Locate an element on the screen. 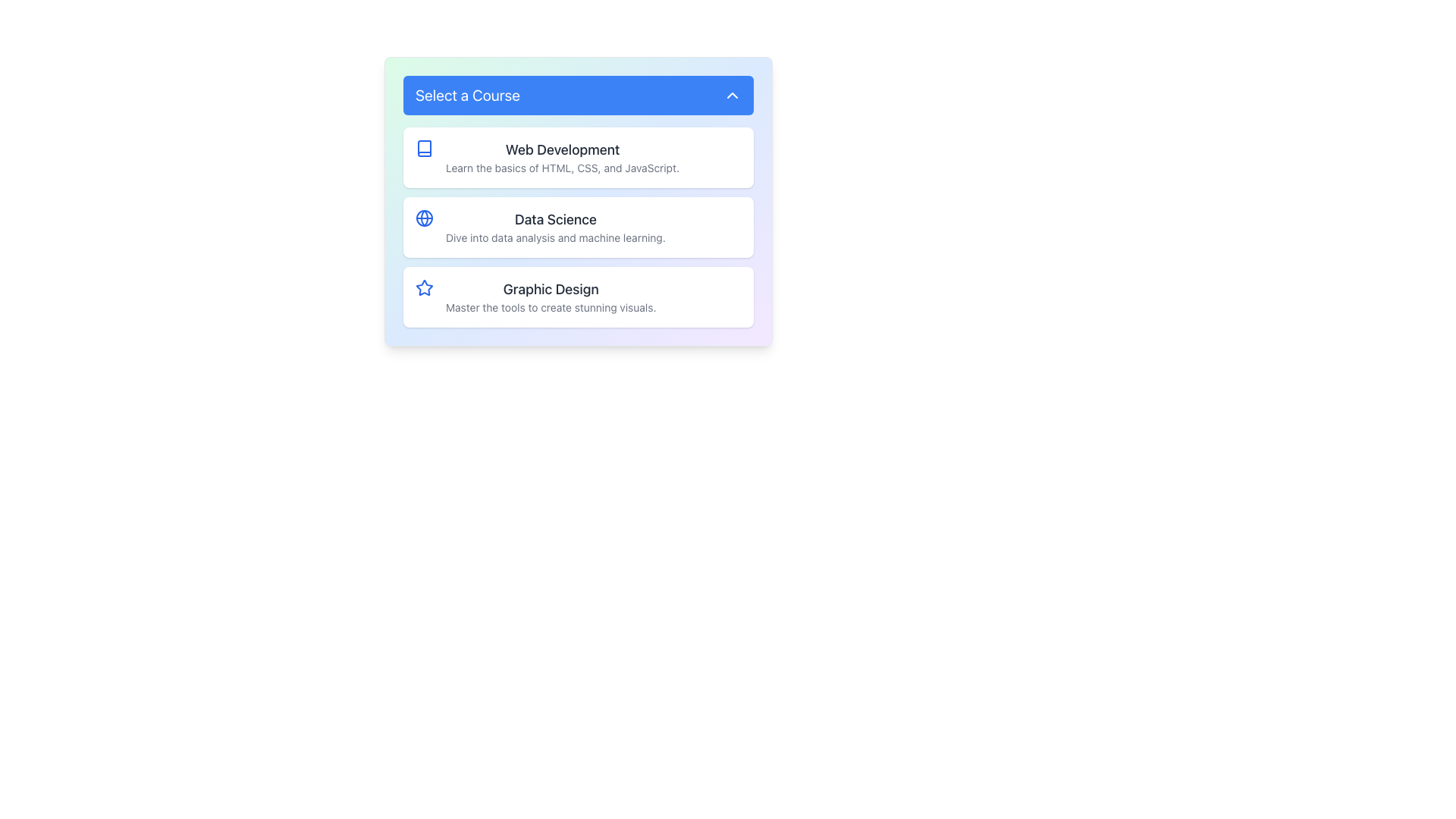 The width and height of the screenshot is (1456, 819). a card within the Information Group that displays course descriptions, located beneath the header 'Select a Course' is located at coordinates (578, 227).